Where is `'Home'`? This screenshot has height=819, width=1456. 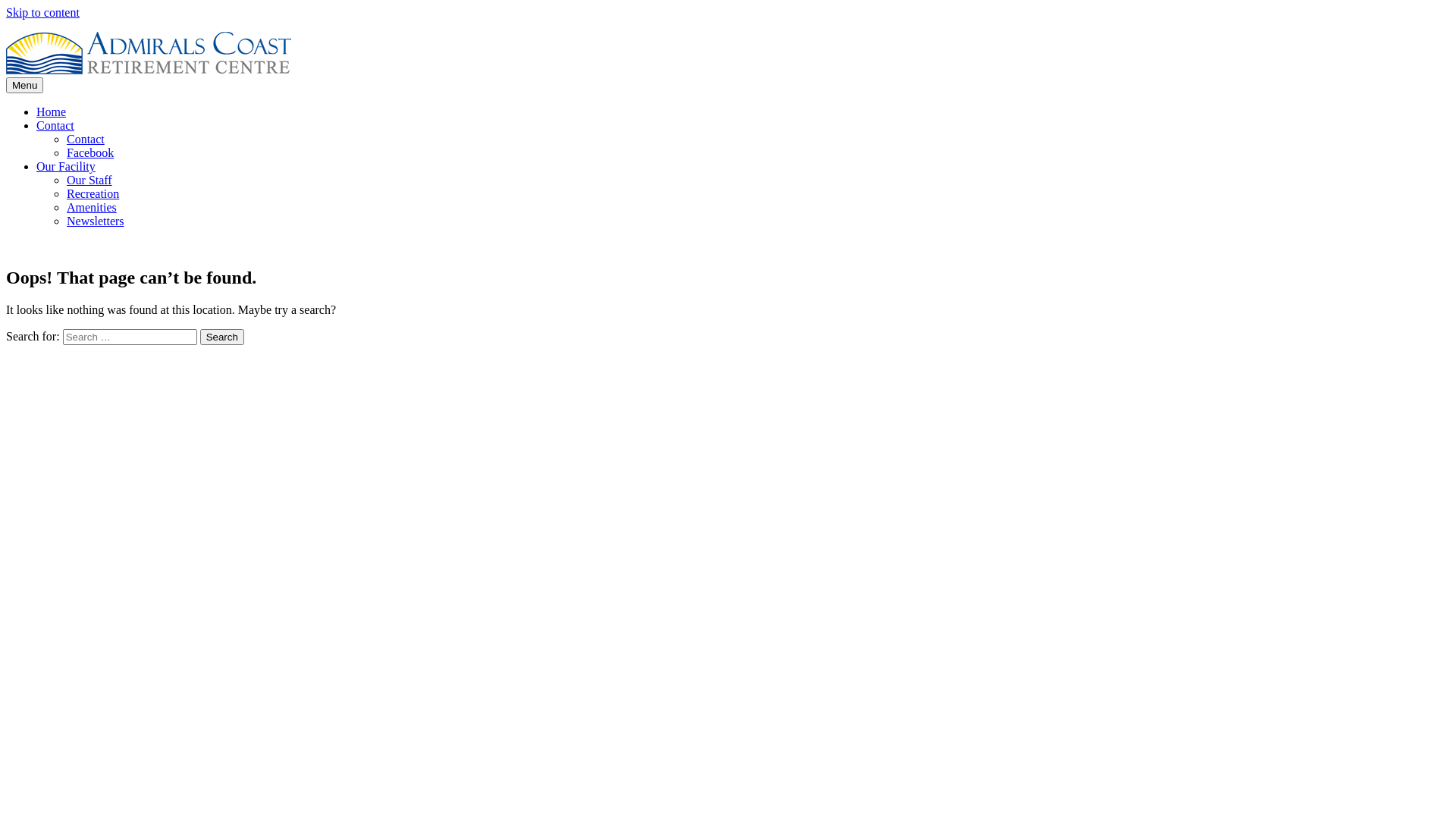 'Home' is located at coordinates (36, 111).